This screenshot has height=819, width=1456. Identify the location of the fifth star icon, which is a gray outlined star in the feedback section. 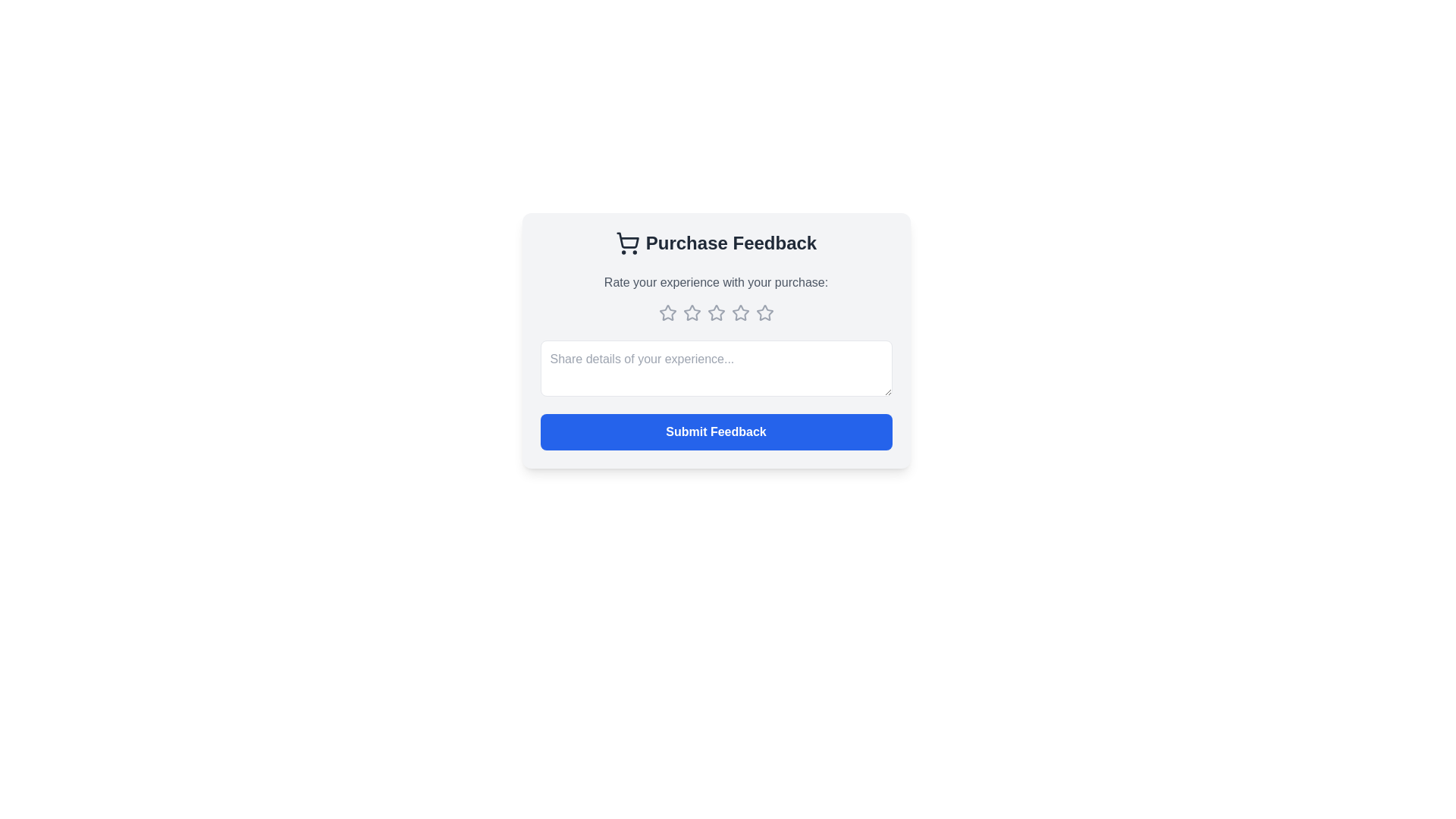
(764, 312).